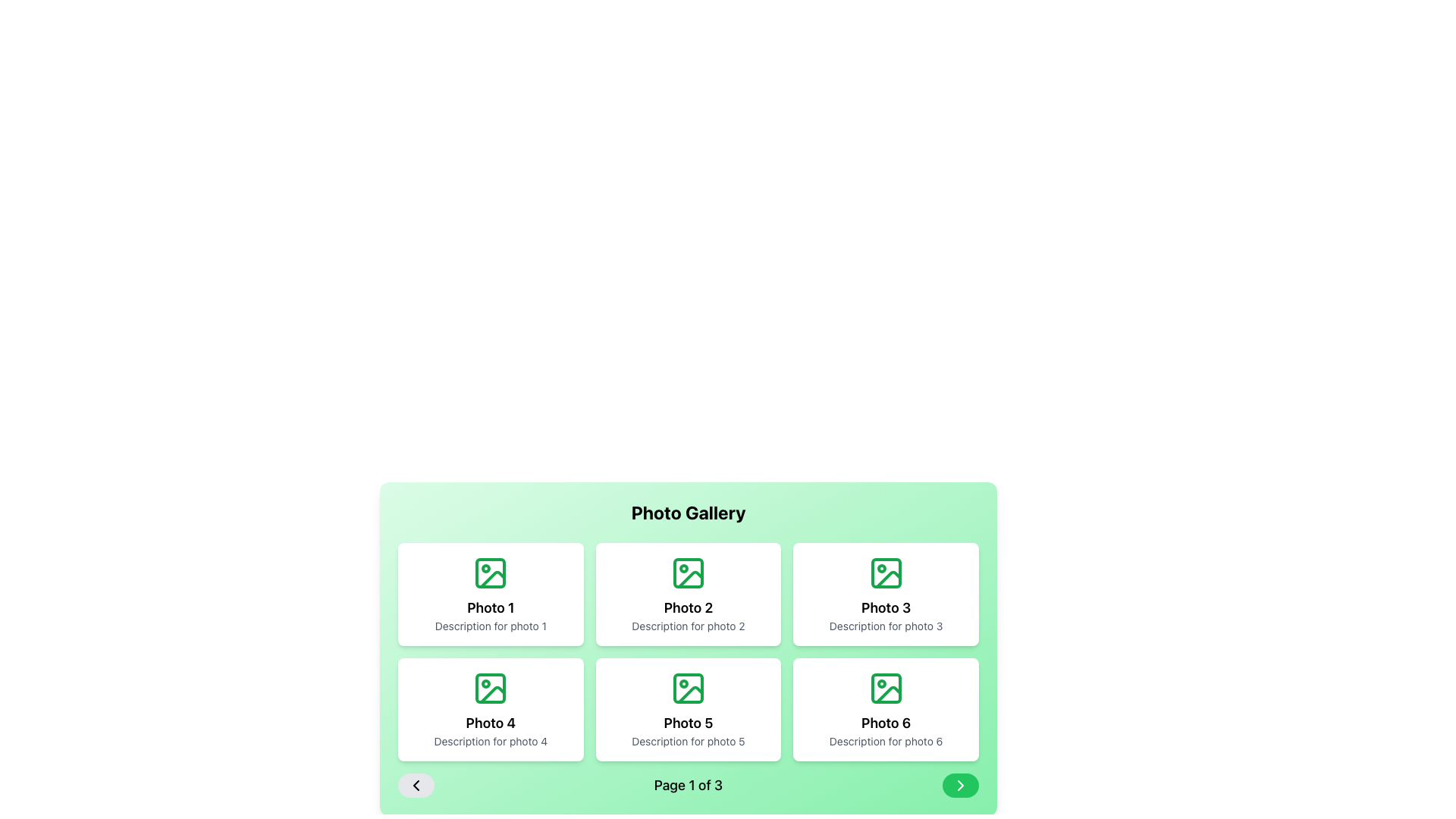 Image resolution: width=1456 pixels, height=819 pixels. Describe the element at coordinates (886, 626) in the screenshot. I see `the text label that provides a description for the photo labeled 'Photo 3', located in the top-right card of the grid` at that location.